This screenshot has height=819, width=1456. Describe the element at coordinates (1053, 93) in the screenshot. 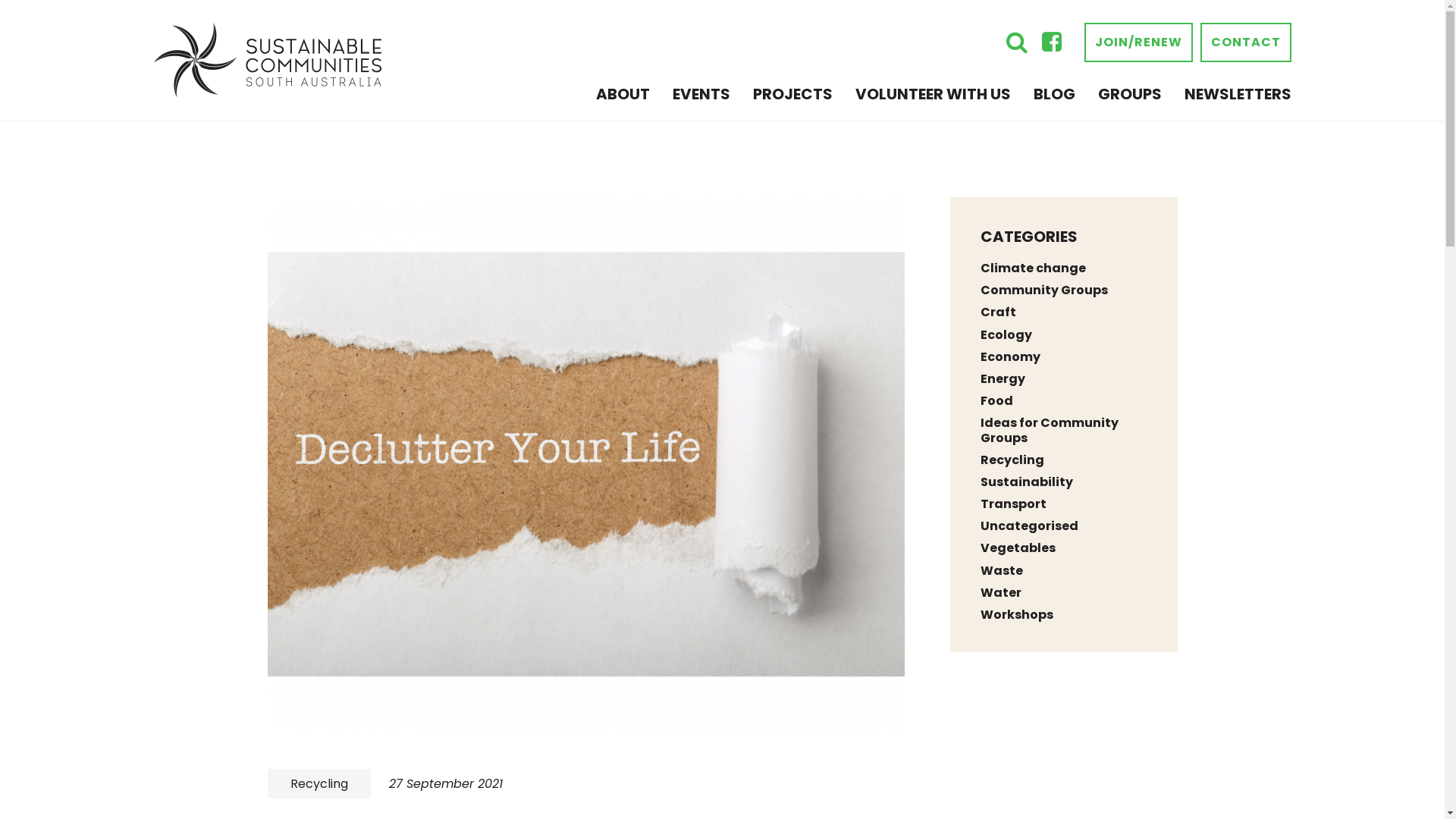

I see `'BLOG'` at that location.